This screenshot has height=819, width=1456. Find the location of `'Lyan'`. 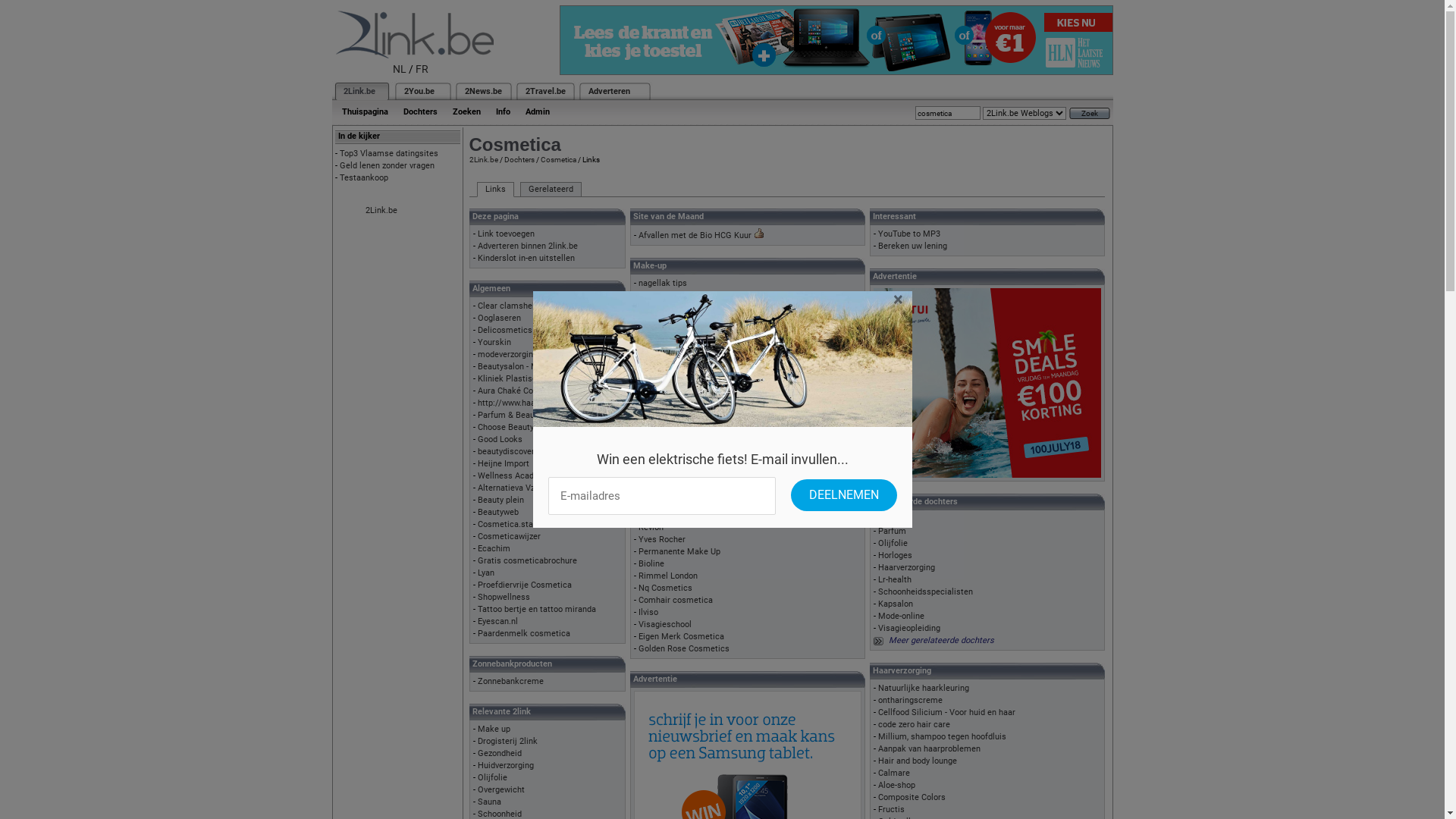

'Lyan' is located at coordinates (486, 573).